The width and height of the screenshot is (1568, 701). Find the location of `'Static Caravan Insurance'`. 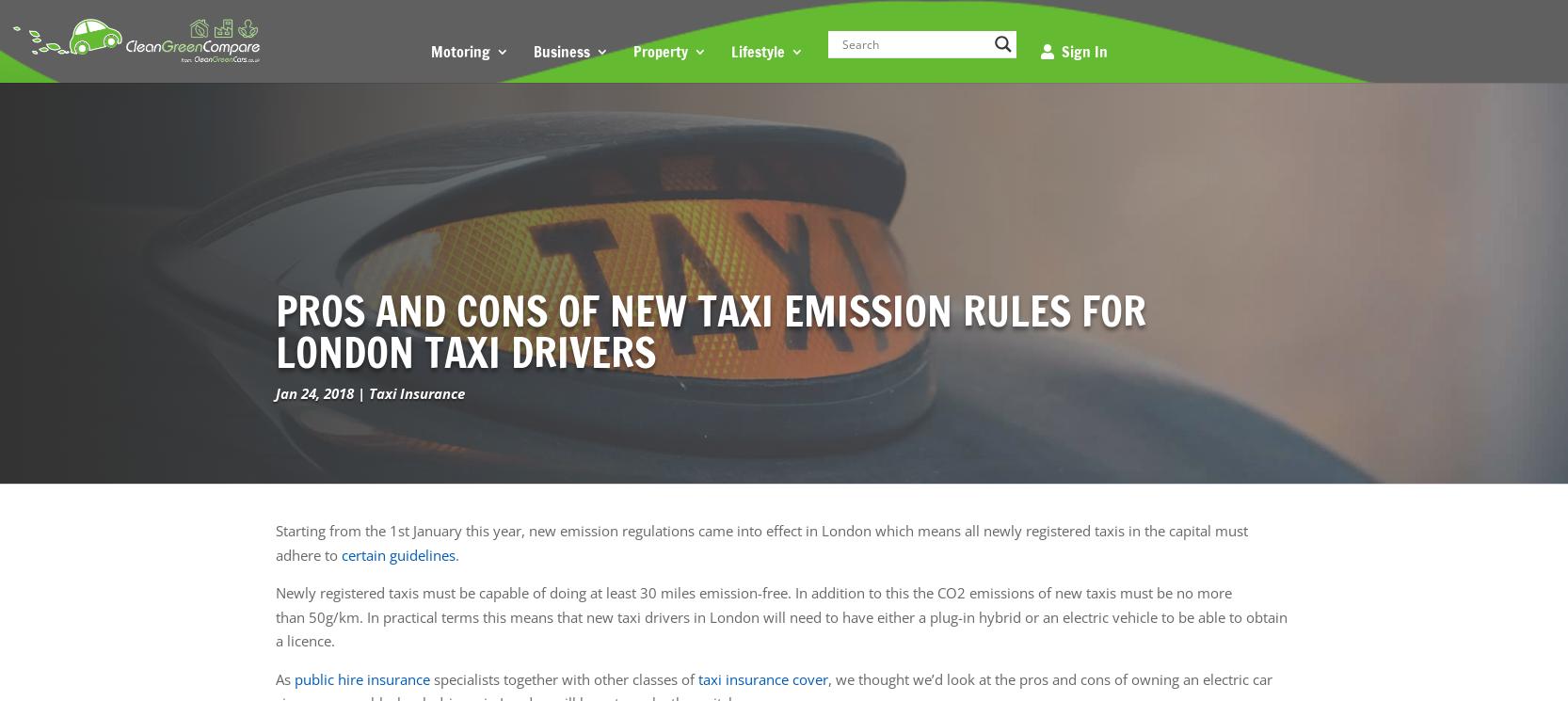

'Static Caravan Insurance' is located at coordinates (828, 247).